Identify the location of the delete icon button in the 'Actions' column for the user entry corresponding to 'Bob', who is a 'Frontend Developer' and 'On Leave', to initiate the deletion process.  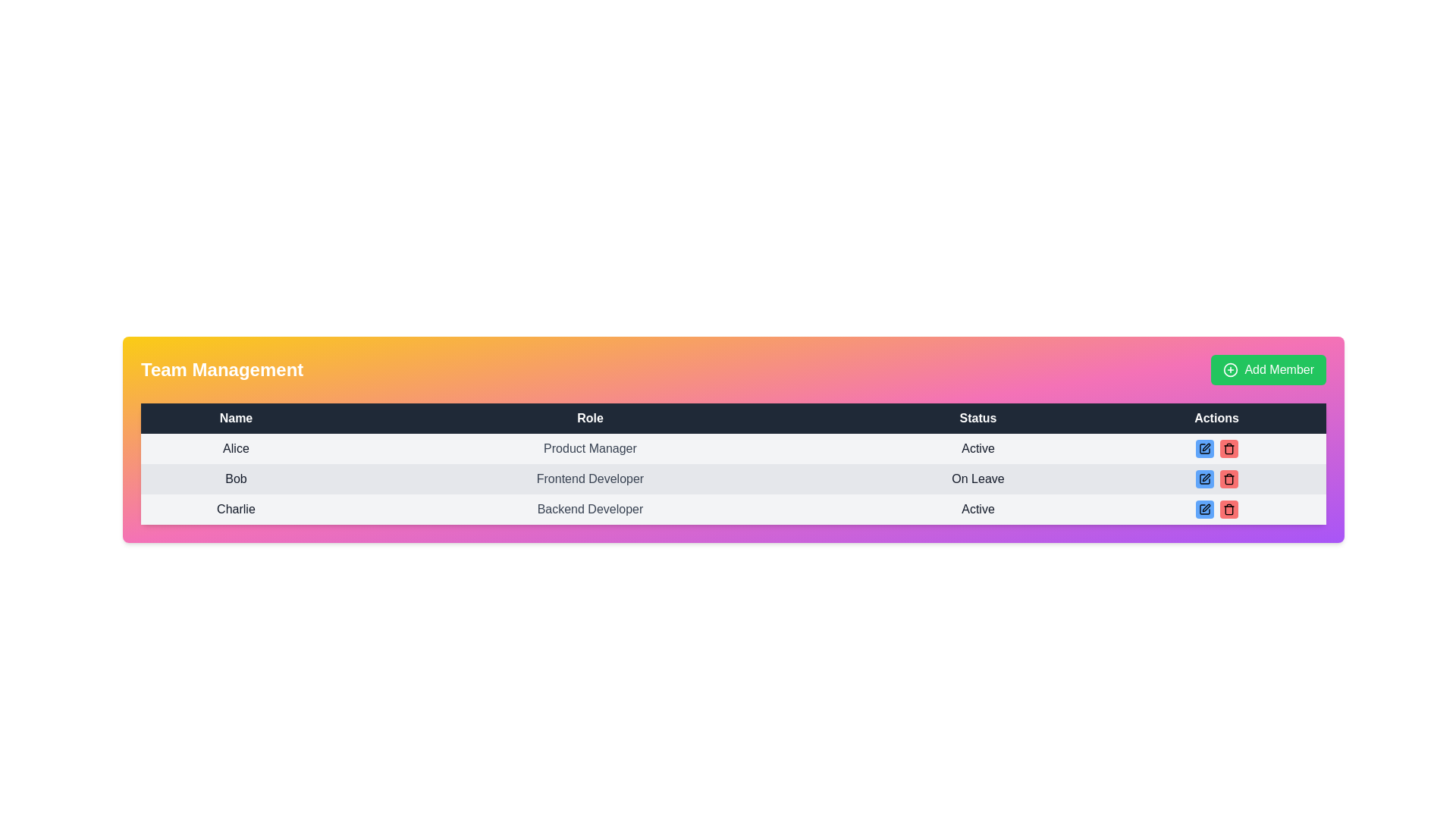
(1228, 447).